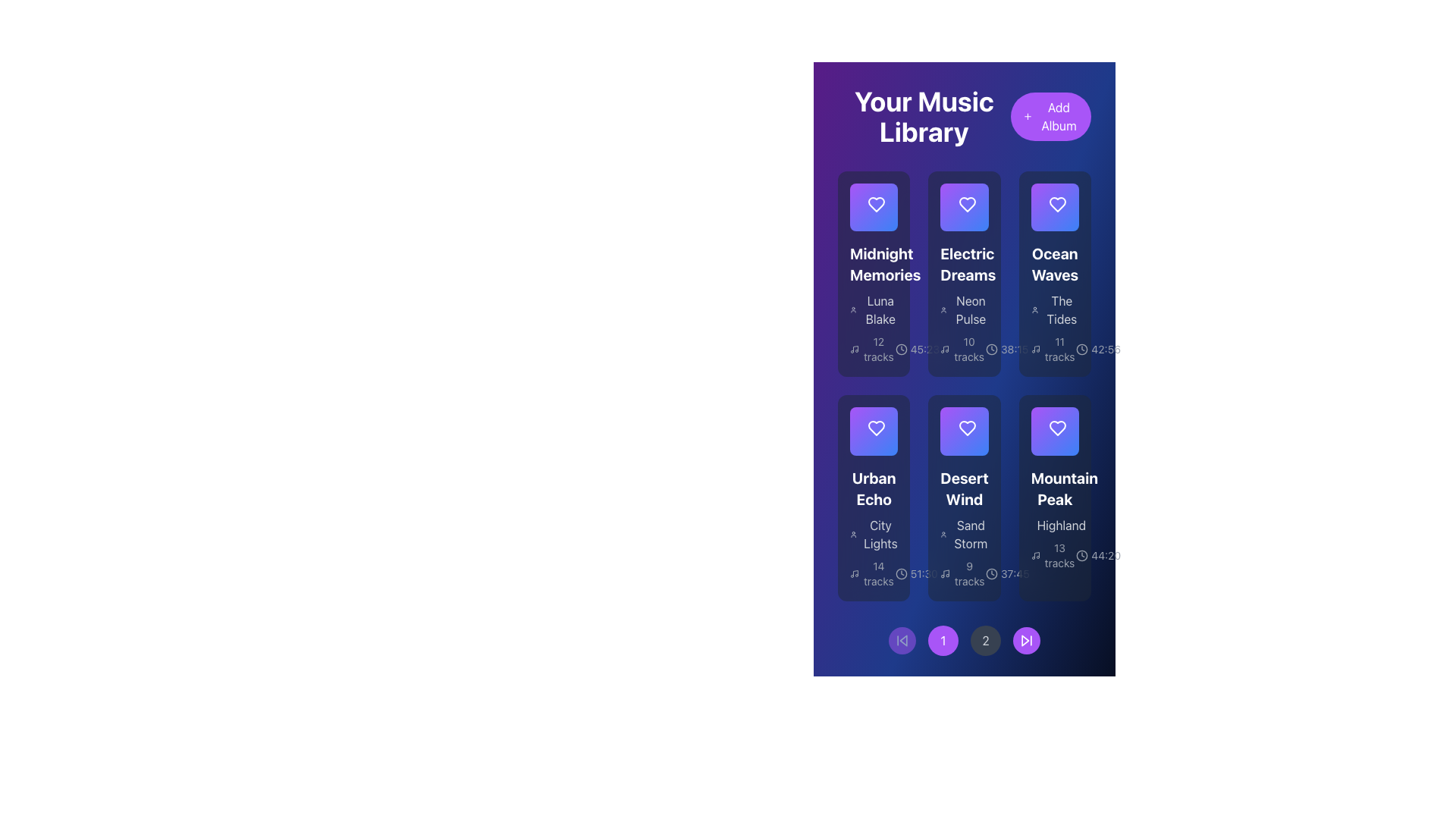 Image resolution: width=1456 pixels, height=819 pixels. I want to click on text displayed in the Text Label showing '45:23', which is located below the 'Electric Dreams' album card, next to the clock icon in the music library interface, so click(924, 350).